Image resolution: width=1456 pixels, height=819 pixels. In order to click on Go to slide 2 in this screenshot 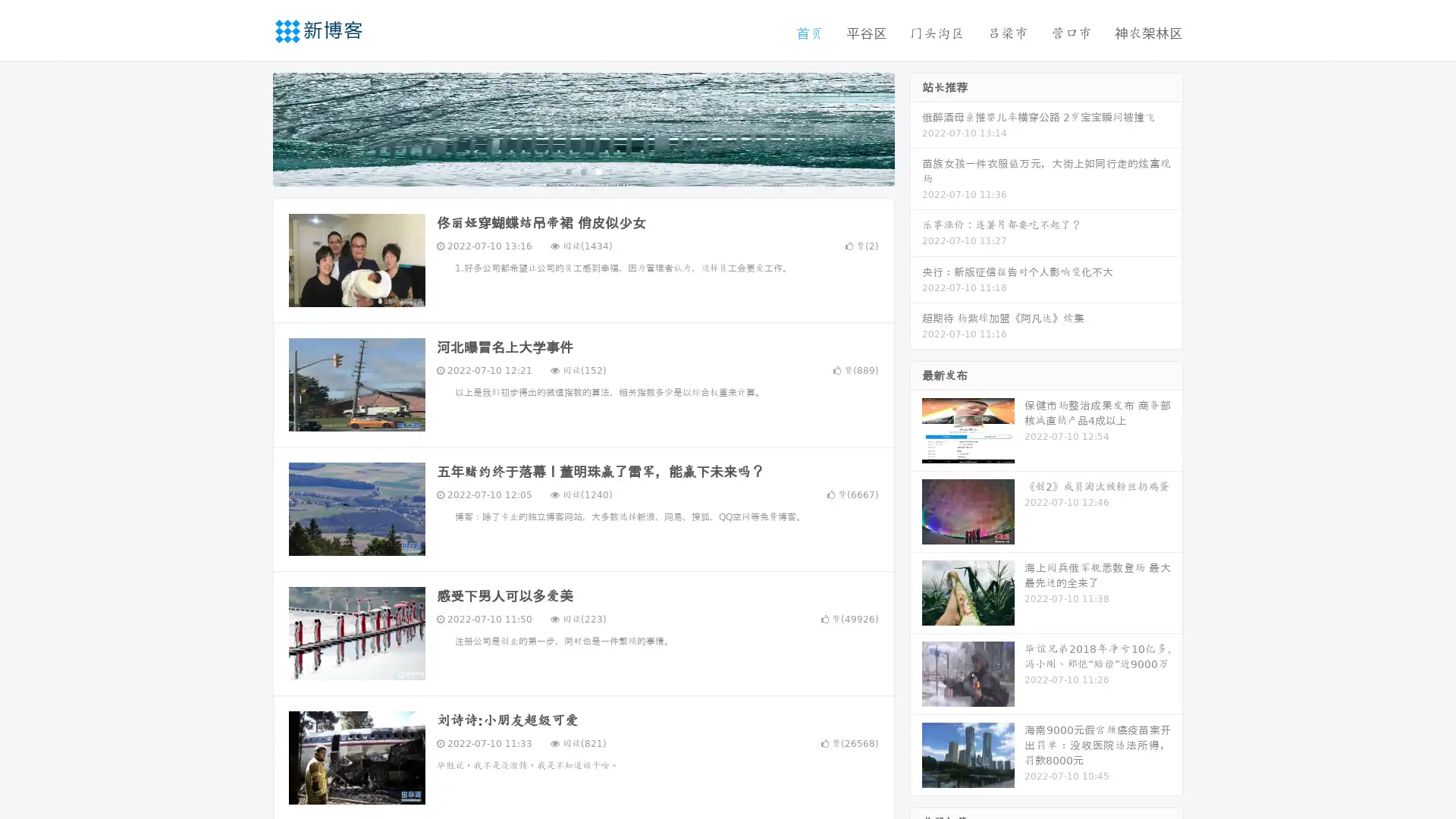, I will do `click(582, 171)`.